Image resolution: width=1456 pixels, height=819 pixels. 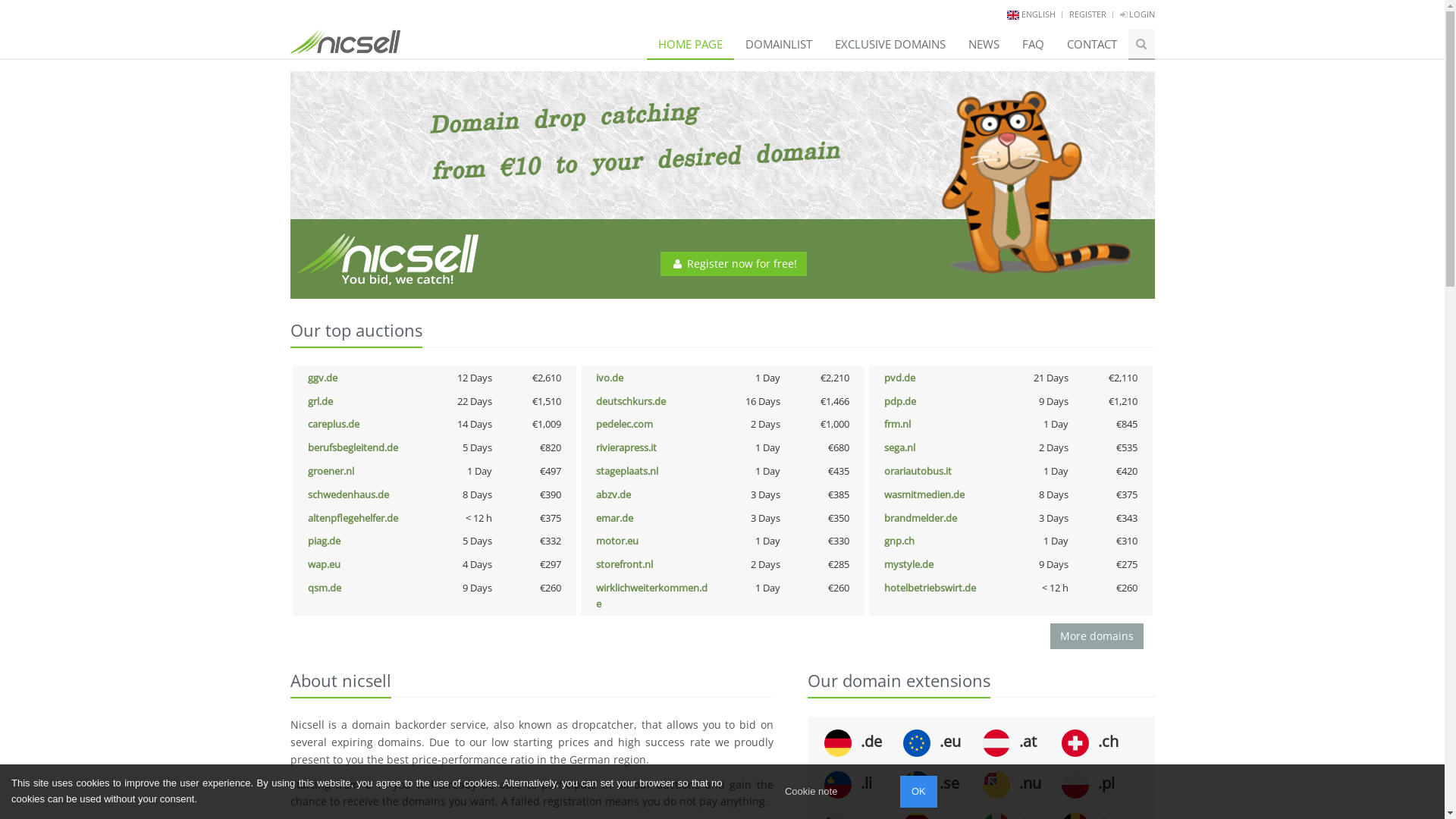 I want to click on 'grl.de', so click(x=319, y=400).